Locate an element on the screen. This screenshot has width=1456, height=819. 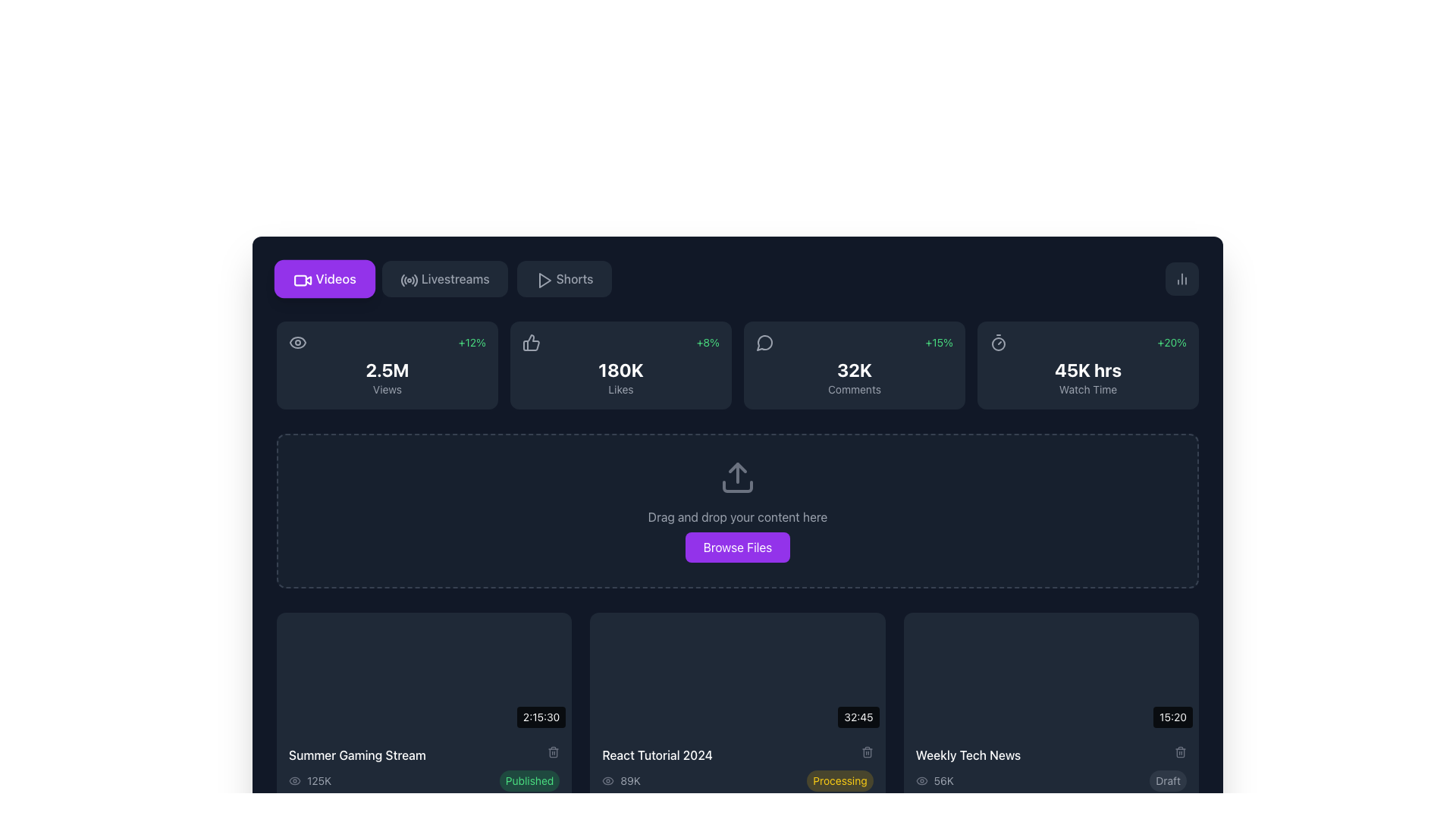
the circular element of the stopwatch icon located at the center of the SVG structure is located at coordinates (998, 344).